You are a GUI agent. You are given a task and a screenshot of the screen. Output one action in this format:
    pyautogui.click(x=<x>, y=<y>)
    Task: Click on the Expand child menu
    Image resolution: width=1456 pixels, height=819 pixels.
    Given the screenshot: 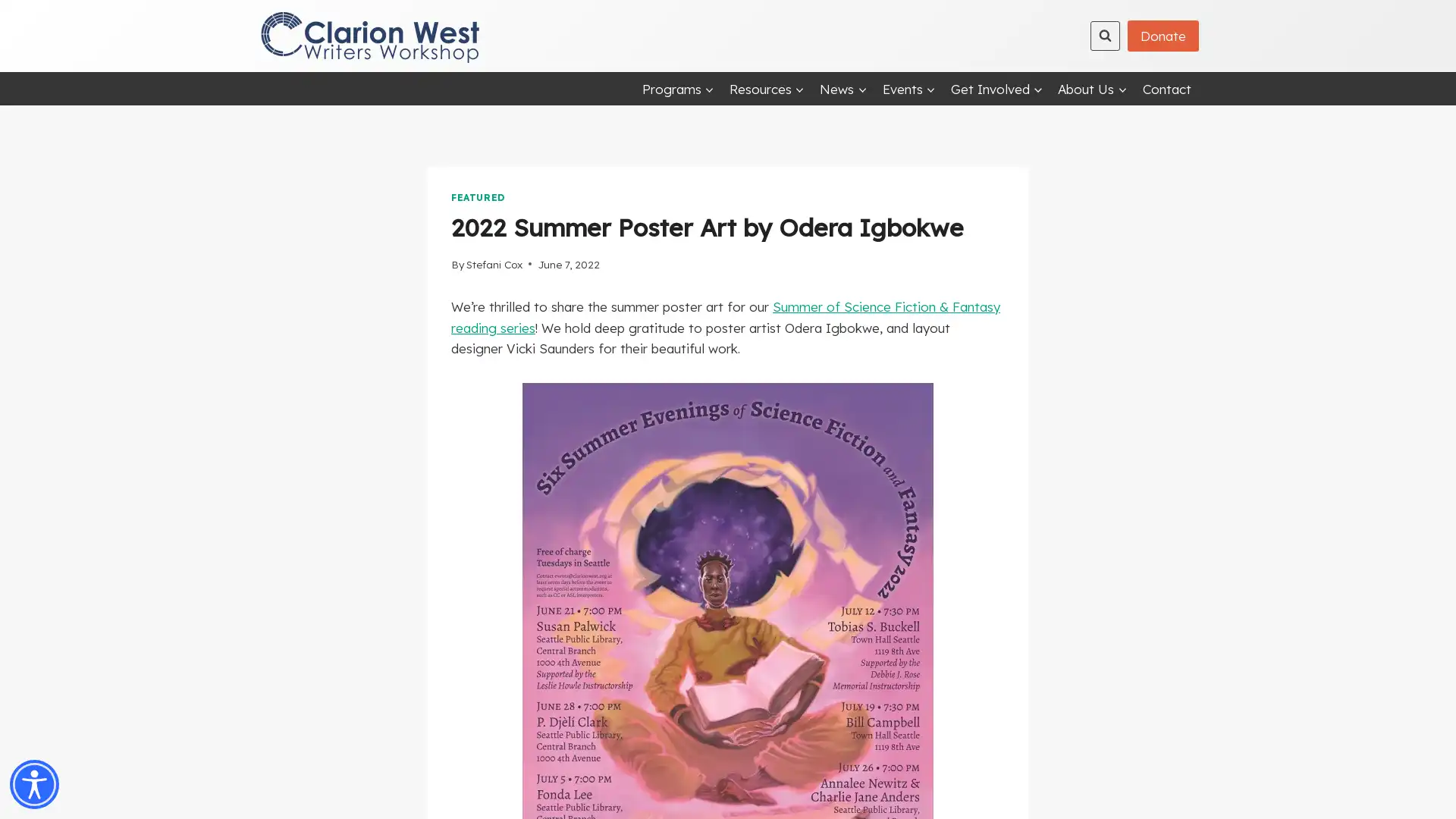 What is the action you would take?
    pyautogui.click(x=676, y=88)
    